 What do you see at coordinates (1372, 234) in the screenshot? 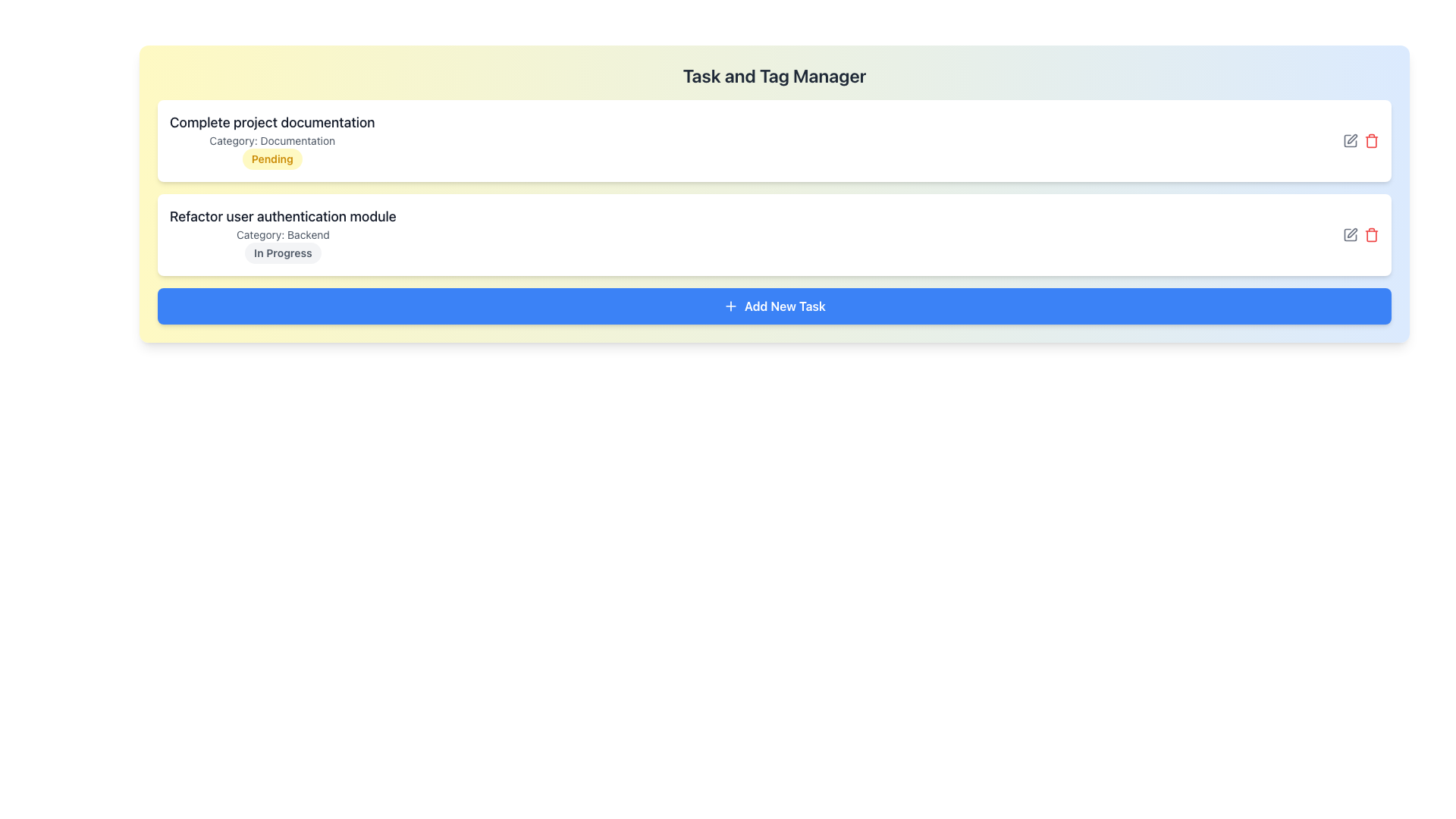
I see `the delete button (Trash Icon) located to the far right of the second task in the list to observe the color change` at bounding box center [1372, 234].